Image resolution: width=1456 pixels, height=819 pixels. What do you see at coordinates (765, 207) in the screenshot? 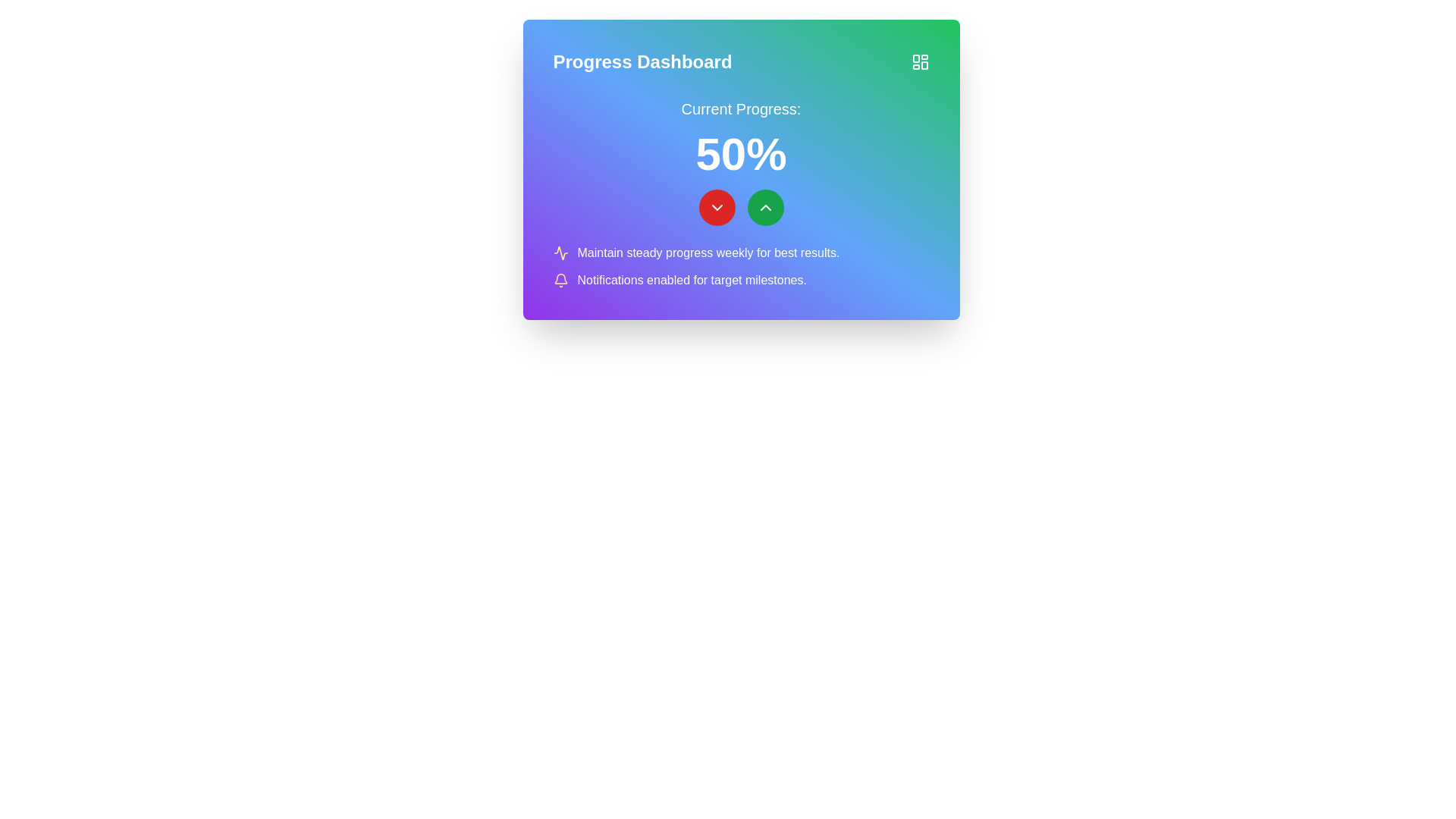
I see `the circular green button with an upward-pointing white chevron icon located within the progress dashboard card, which is the second button from the right among three buttons` at bounding box center [765, 207].